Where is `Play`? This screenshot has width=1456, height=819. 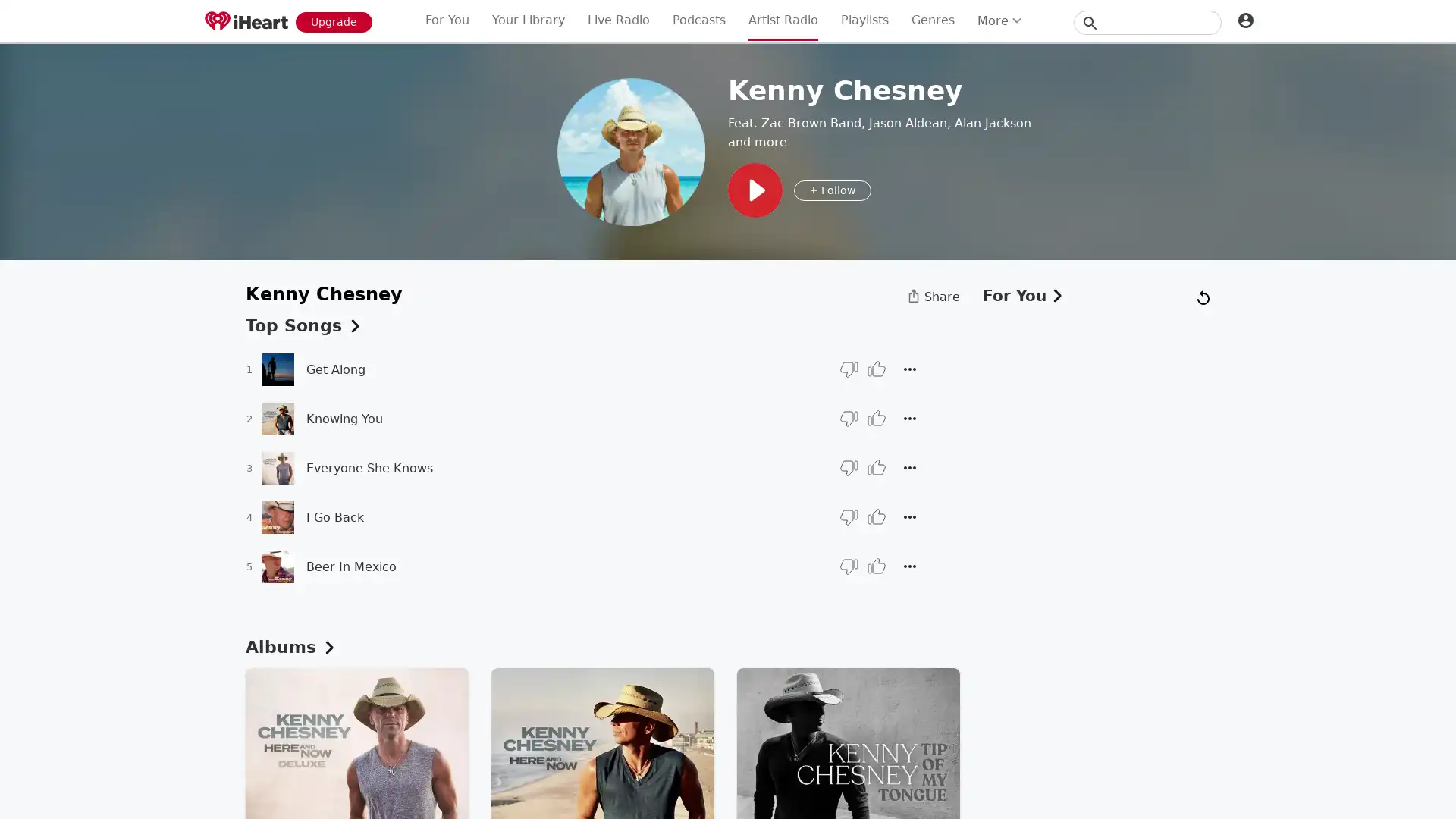
Play is located at coordinates (277, 566).